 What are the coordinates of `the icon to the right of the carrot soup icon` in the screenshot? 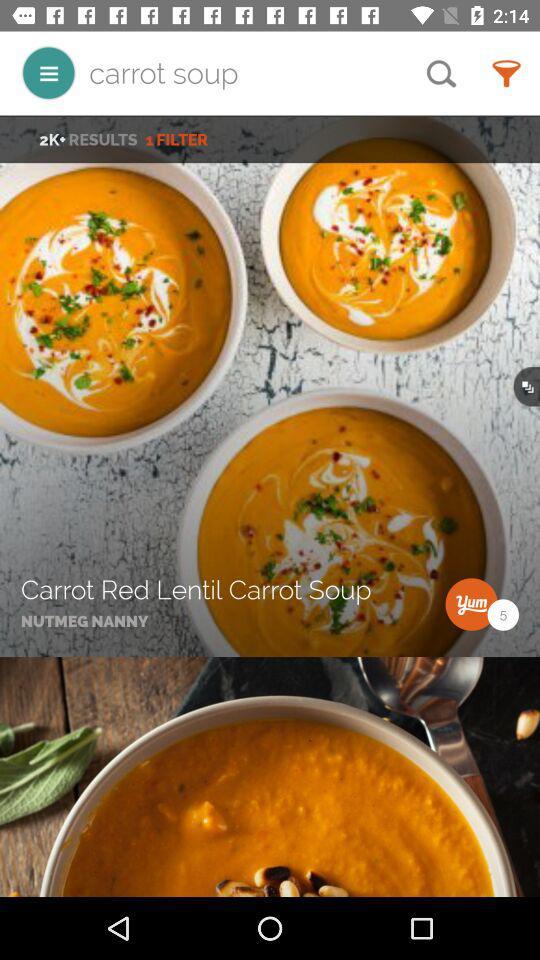 It's located at (441, 73).